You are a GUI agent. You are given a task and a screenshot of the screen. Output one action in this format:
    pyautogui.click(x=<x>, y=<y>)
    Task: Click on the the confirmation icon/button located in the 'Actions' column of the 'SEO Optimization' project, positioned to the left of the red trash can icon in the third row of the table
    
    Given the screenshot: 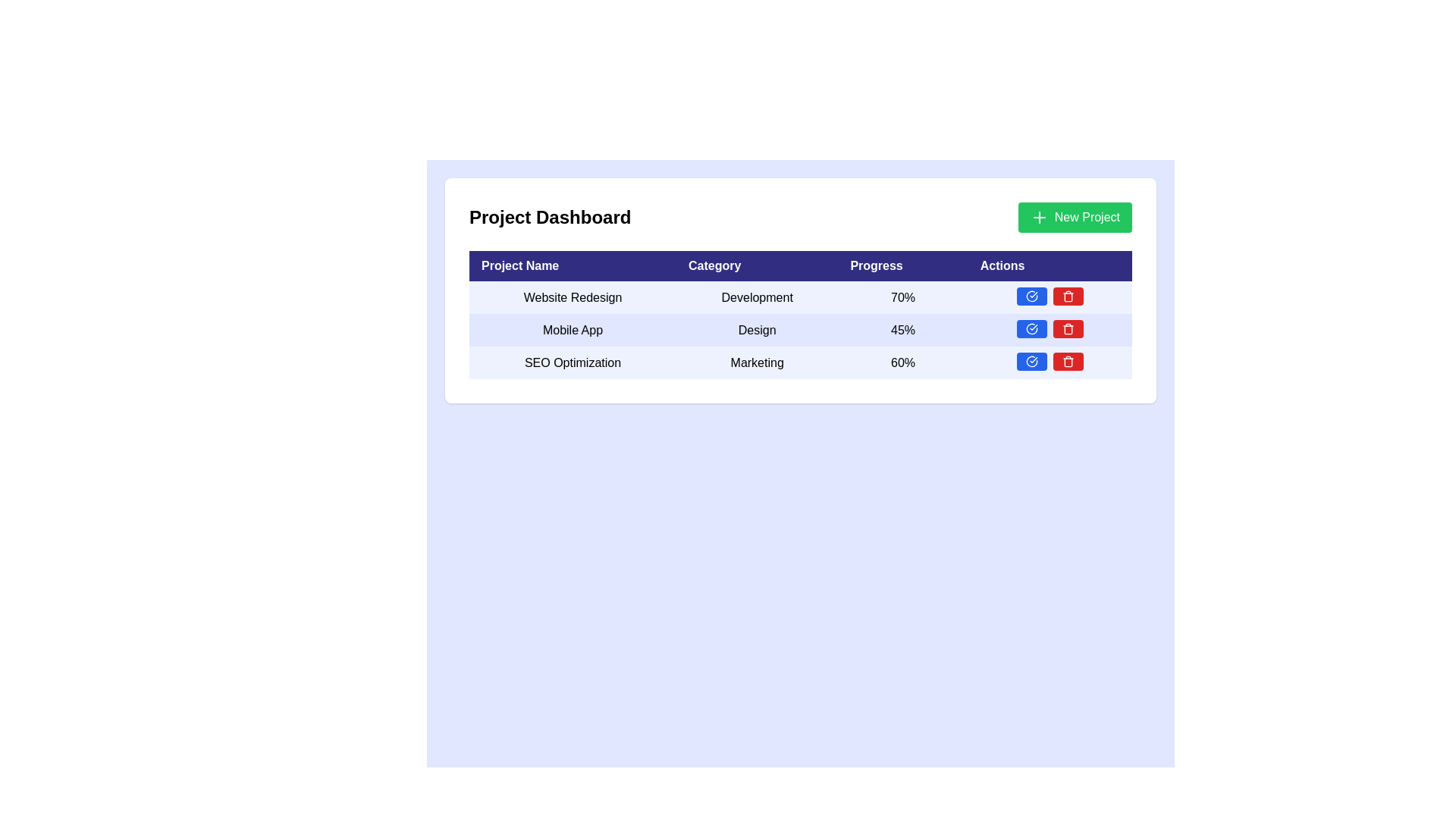 What is the action you would take?
    pyautogui.click(x=1031, y=362)
    